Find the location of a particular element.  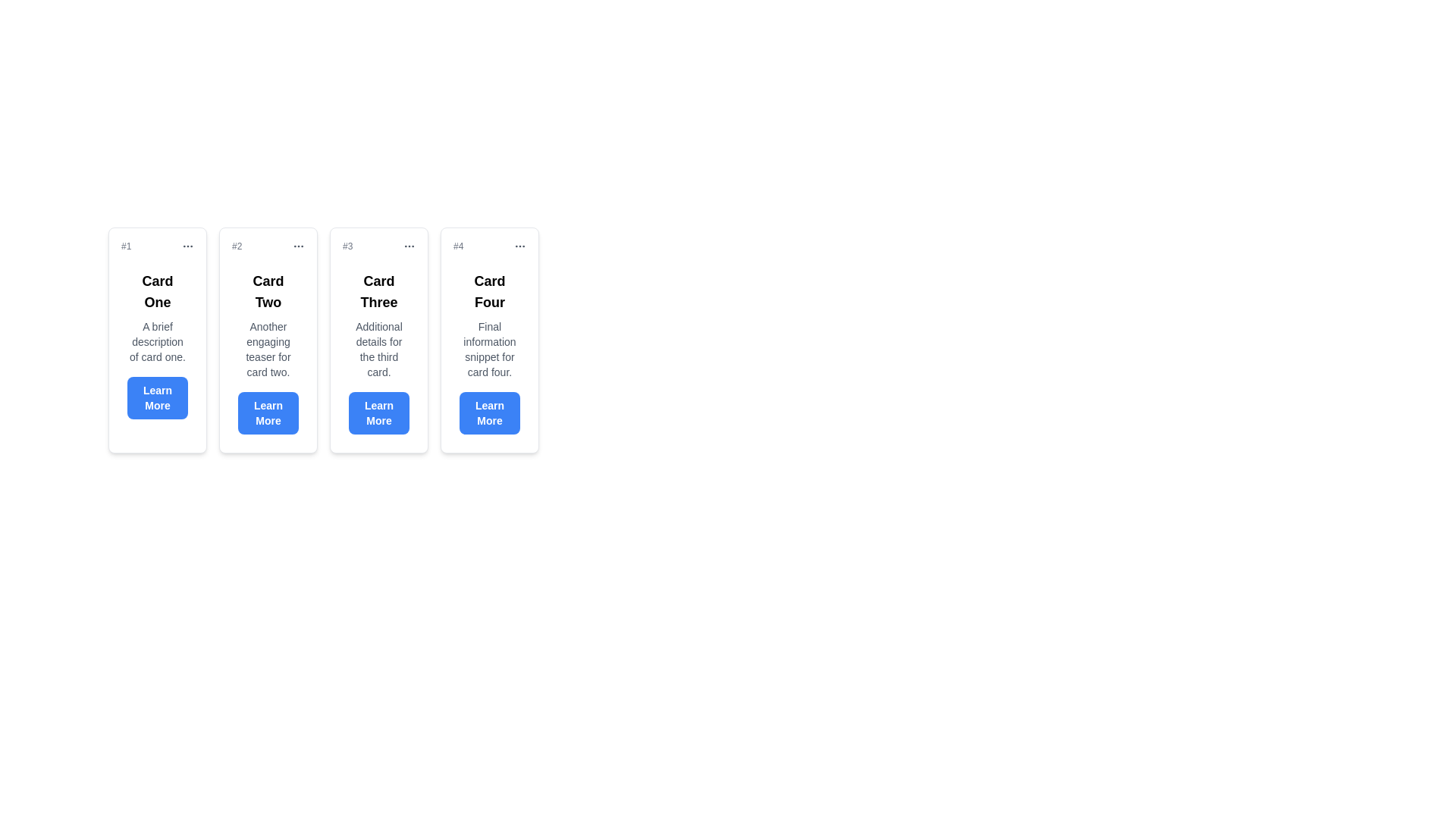

text from the small gray text label displaying '#4', which is positioned at the top-left corner of the header for 'Card Four' is located at coordinates (457, 245).